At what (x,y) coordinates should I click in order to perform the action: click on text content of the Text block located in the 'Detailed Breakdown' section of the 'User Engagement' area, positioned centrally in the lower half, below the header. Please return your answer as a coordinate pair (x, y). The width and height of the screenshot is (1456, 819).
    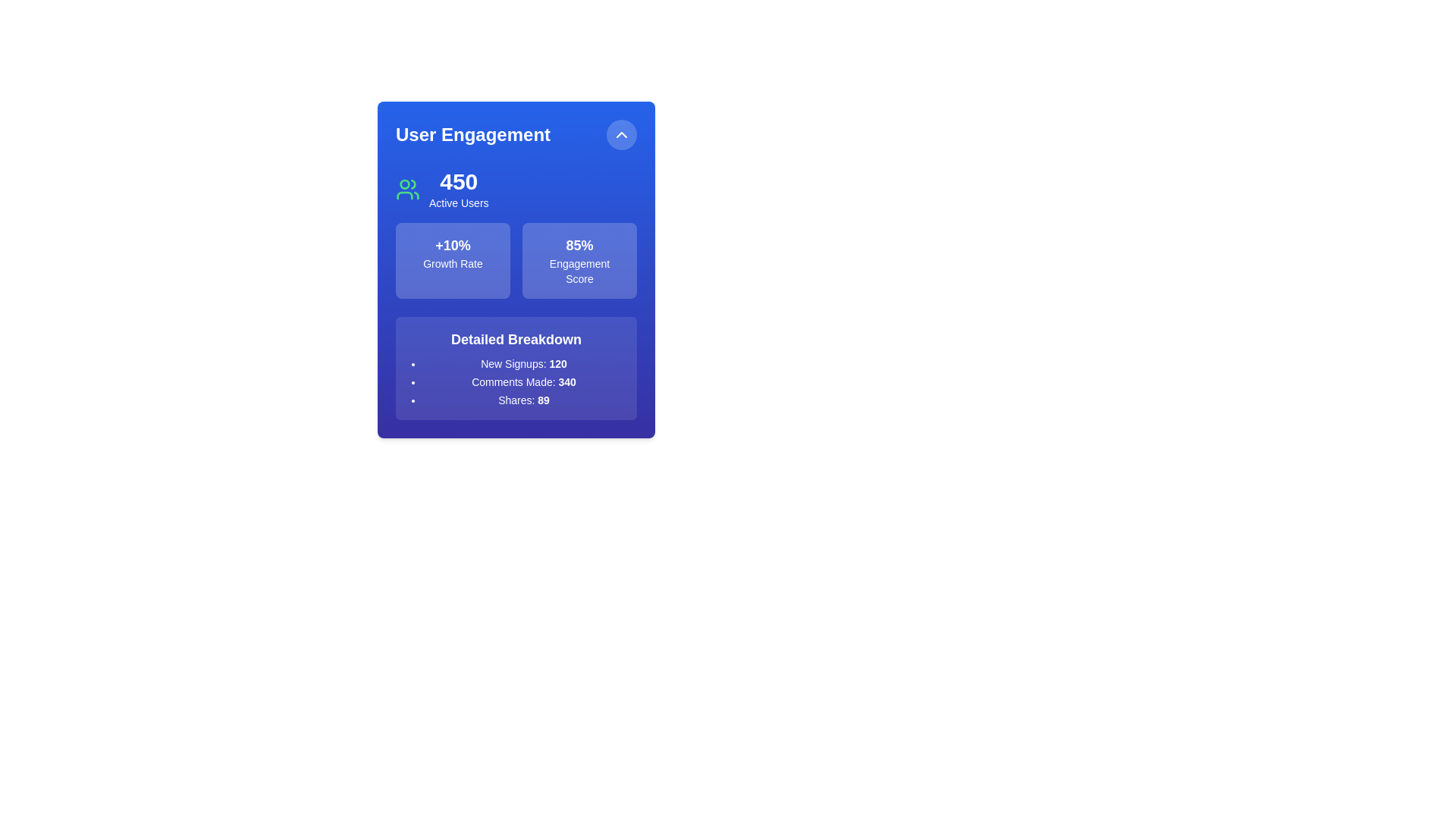
    Looking at the image, I should click on (524, 381).